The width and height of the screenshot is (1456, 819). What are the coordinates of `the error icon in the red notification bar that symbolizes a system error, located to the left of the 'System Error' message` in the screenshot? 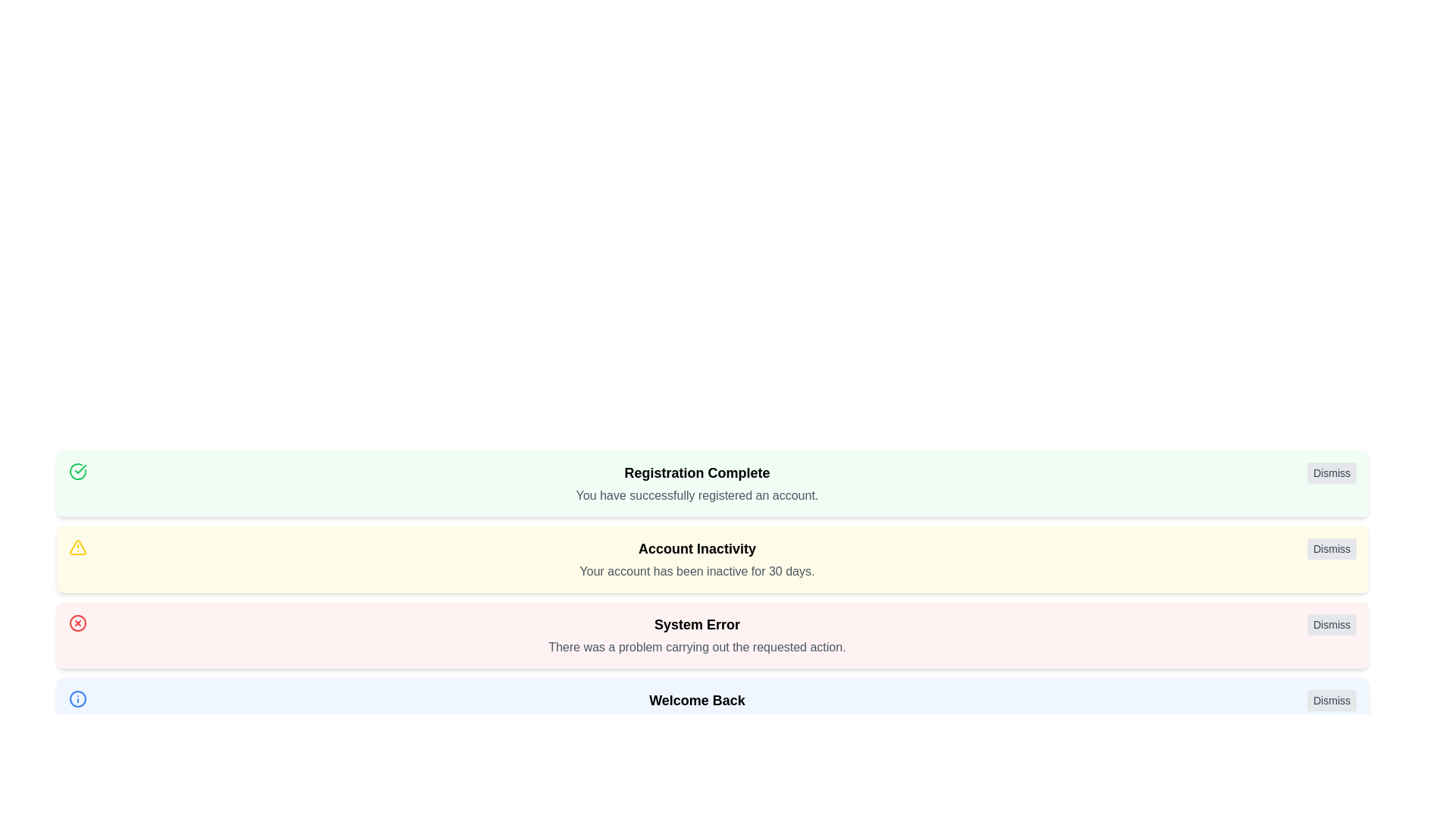 It's located at (77, 623).